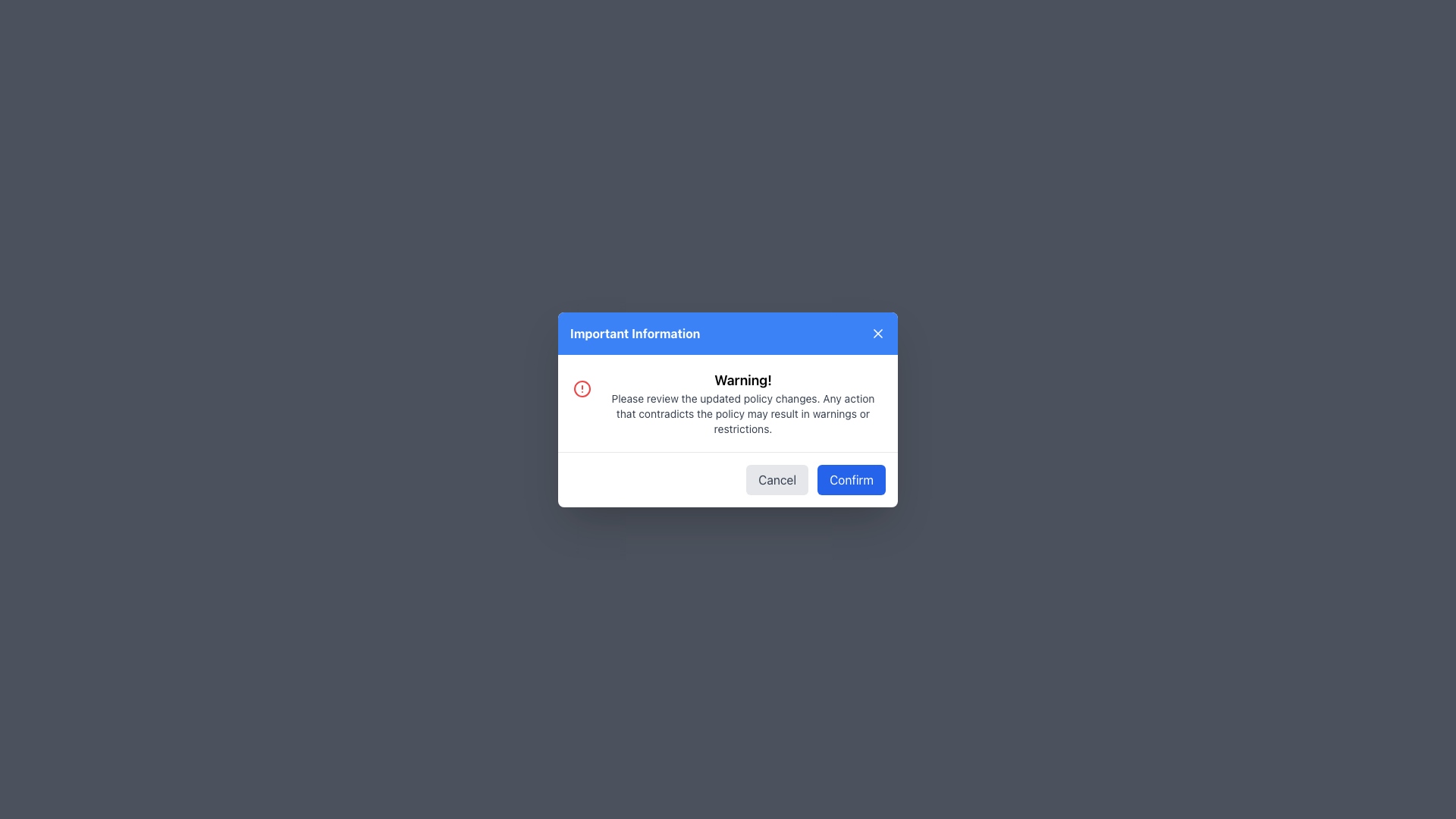  Describe the element at coordinates (728, 479) in the screenshot. I see `the Cancel button located in the bottom-right section of the modal dialog titled 'Important Information', which serves as an action control area for confirming or canceling operations` at that location.